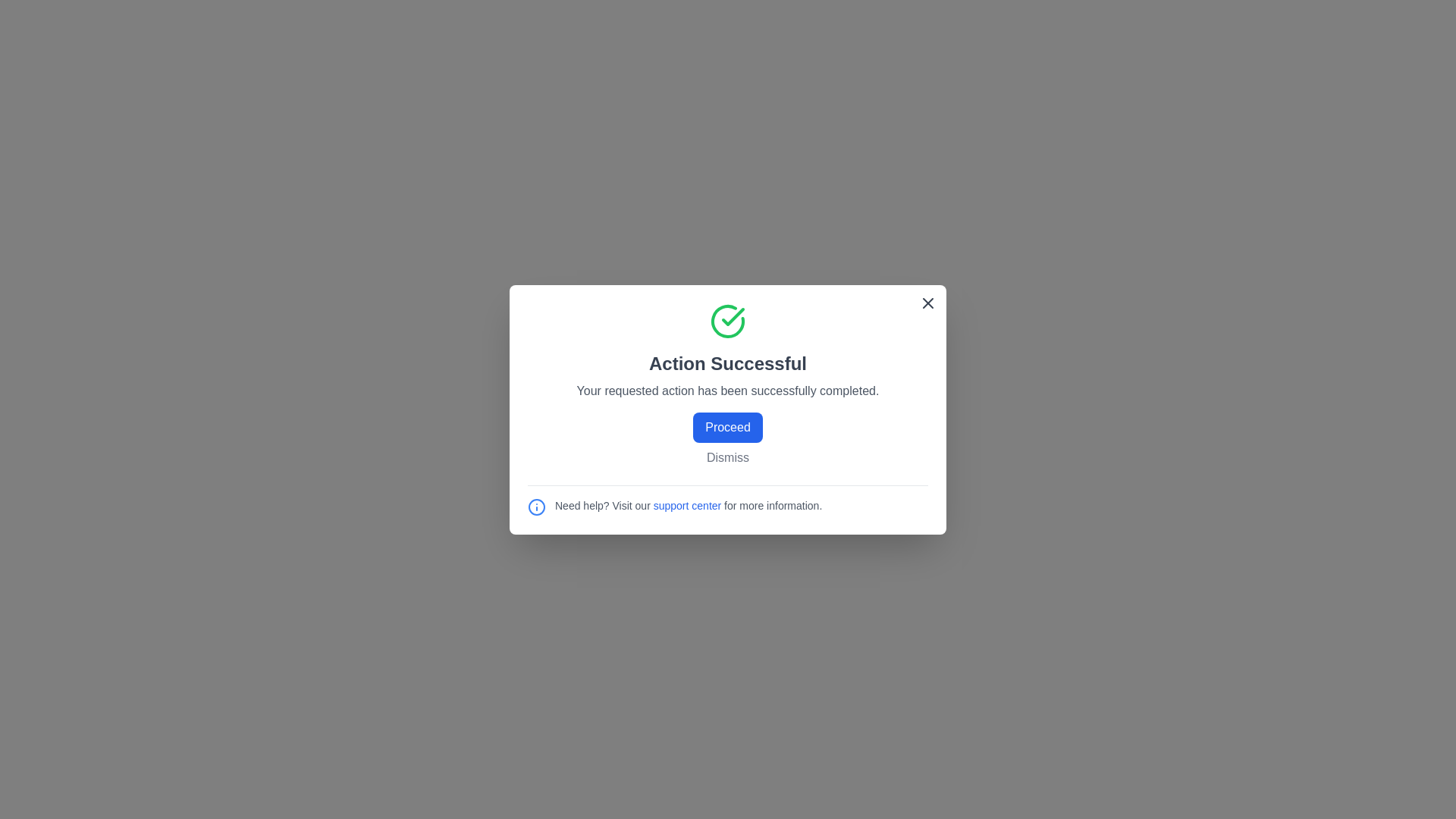  What do you see at coordinates (927, 302) in the screenshot?
I see `the close button icon located in the top right corner of the modal` at bounding box center [927, 302].